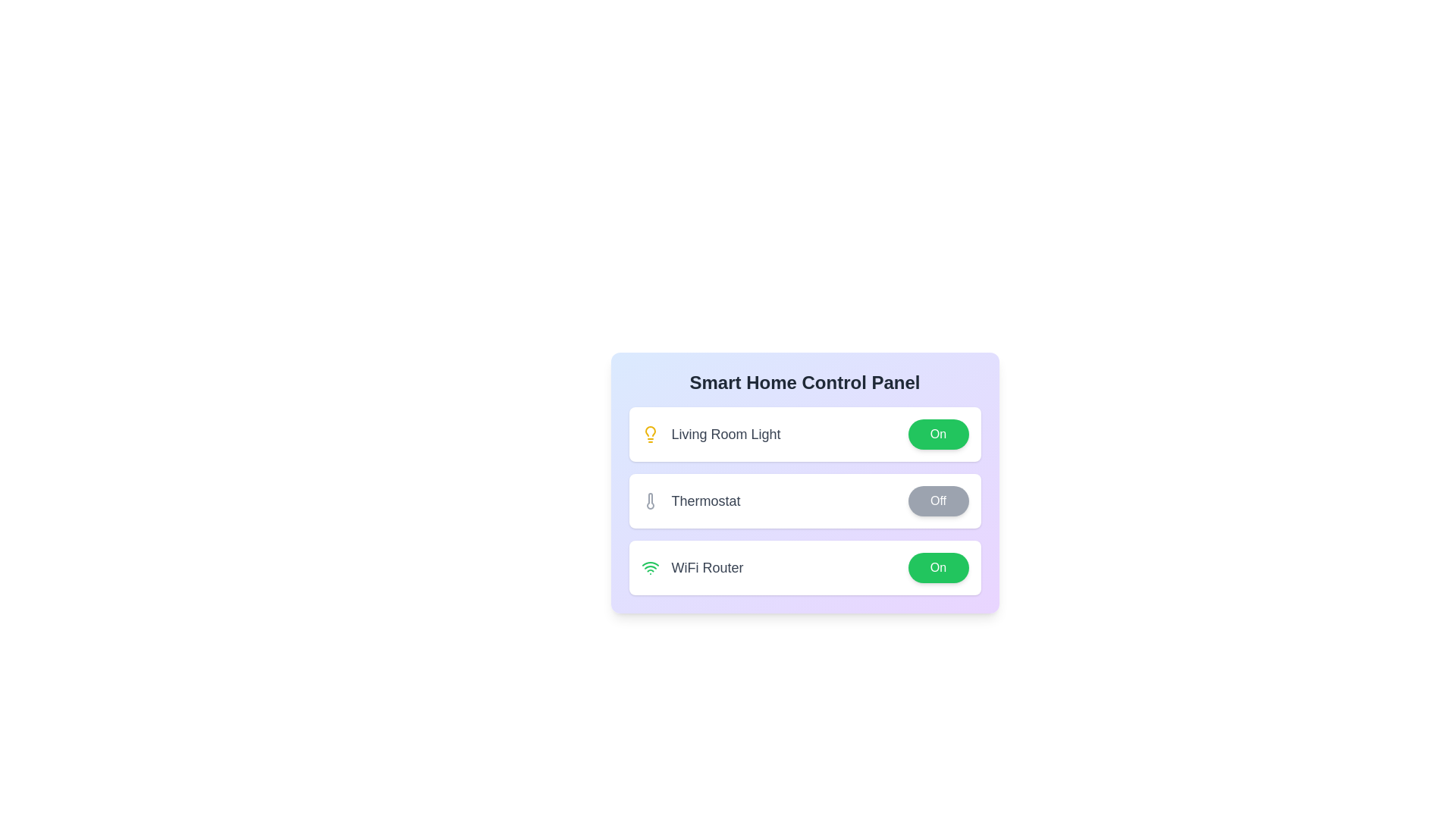 The image size is (1456, 819). I want to click on the 'On/Off' button to toggle the device status, so click(937, 435).